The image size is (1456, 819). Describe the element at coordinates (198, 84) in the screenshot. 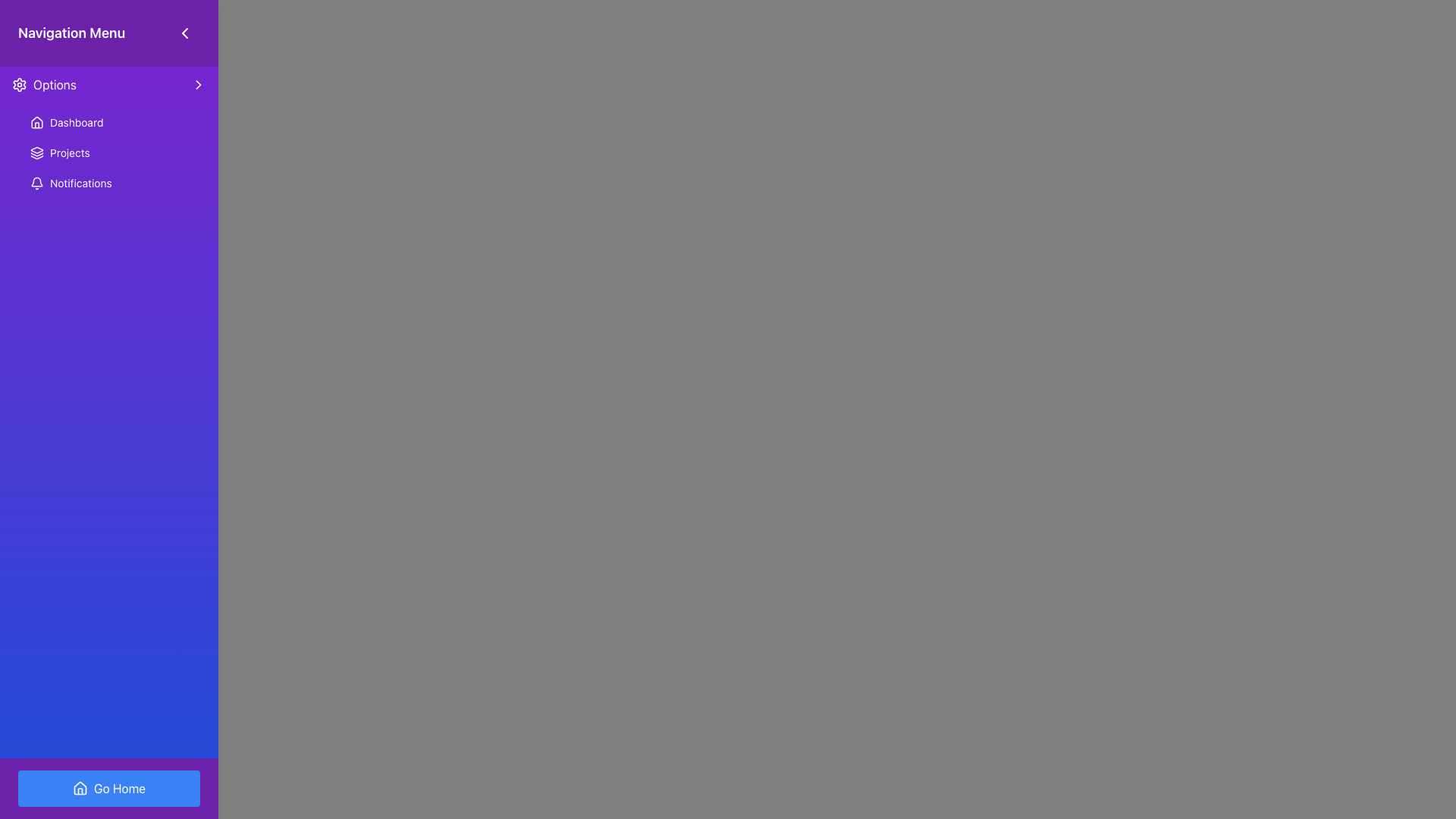

I see `the chevron icon located to the far right of the 'Options' text` at that location.